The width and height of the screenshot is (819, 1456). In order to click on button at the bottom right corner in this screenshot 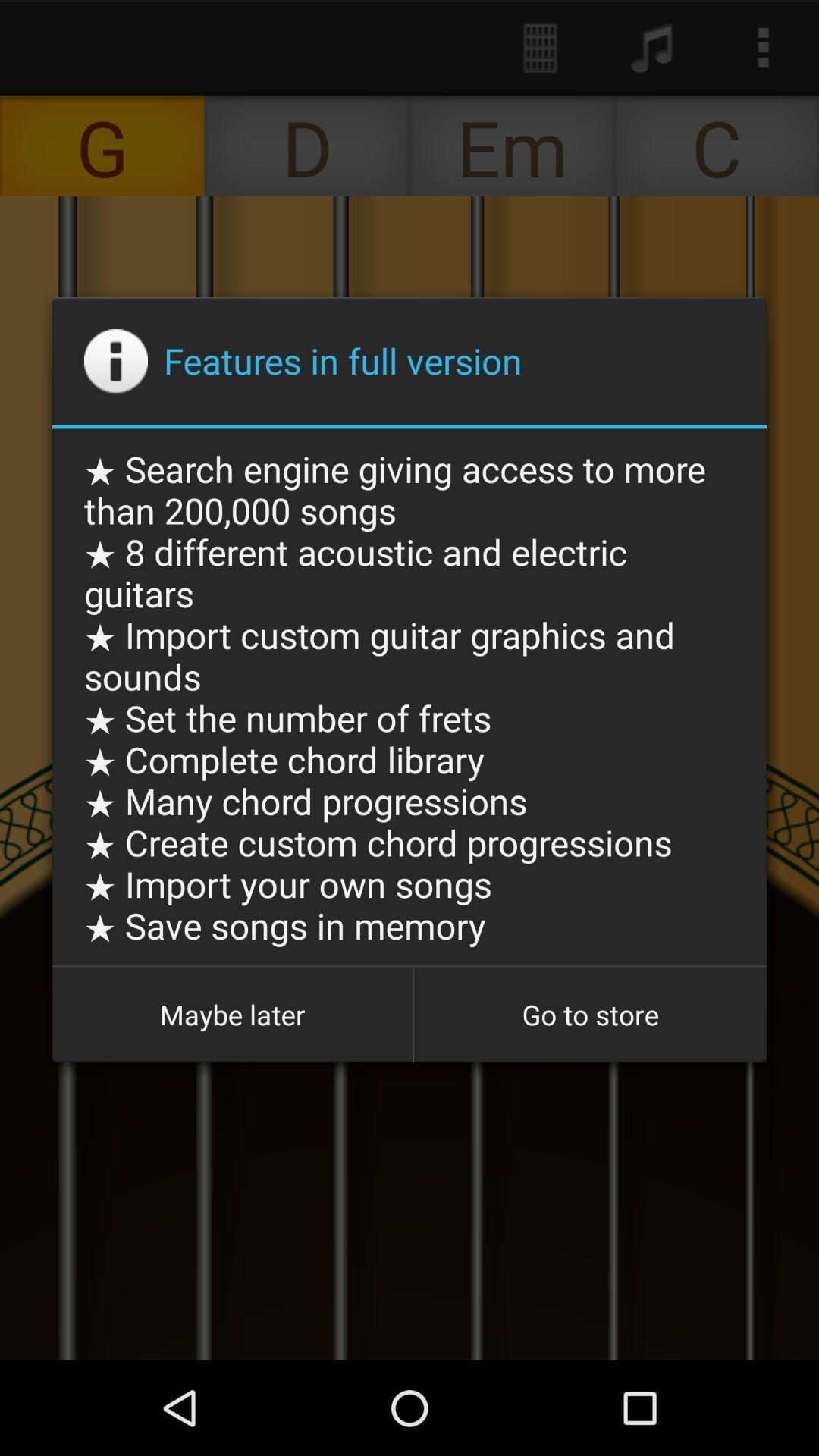, I will do `click(589, 1015)`.